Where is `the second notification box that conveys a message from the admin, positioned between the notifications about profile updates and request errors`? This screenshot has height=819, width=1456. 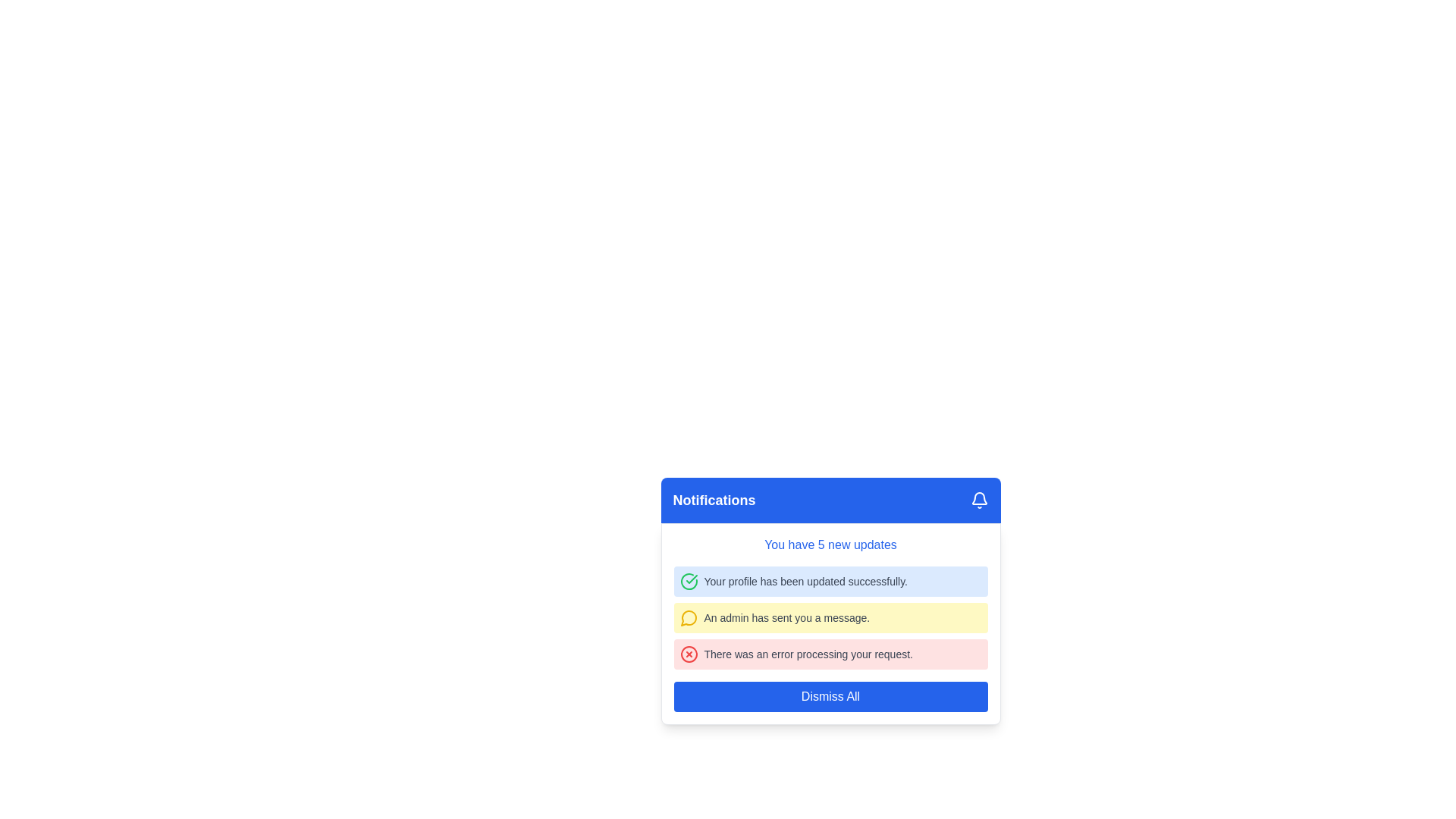
the second notification box that conveys a message from the admin, positioned between the notifications about profile updates and request errors is located at coordinates (830, 617).